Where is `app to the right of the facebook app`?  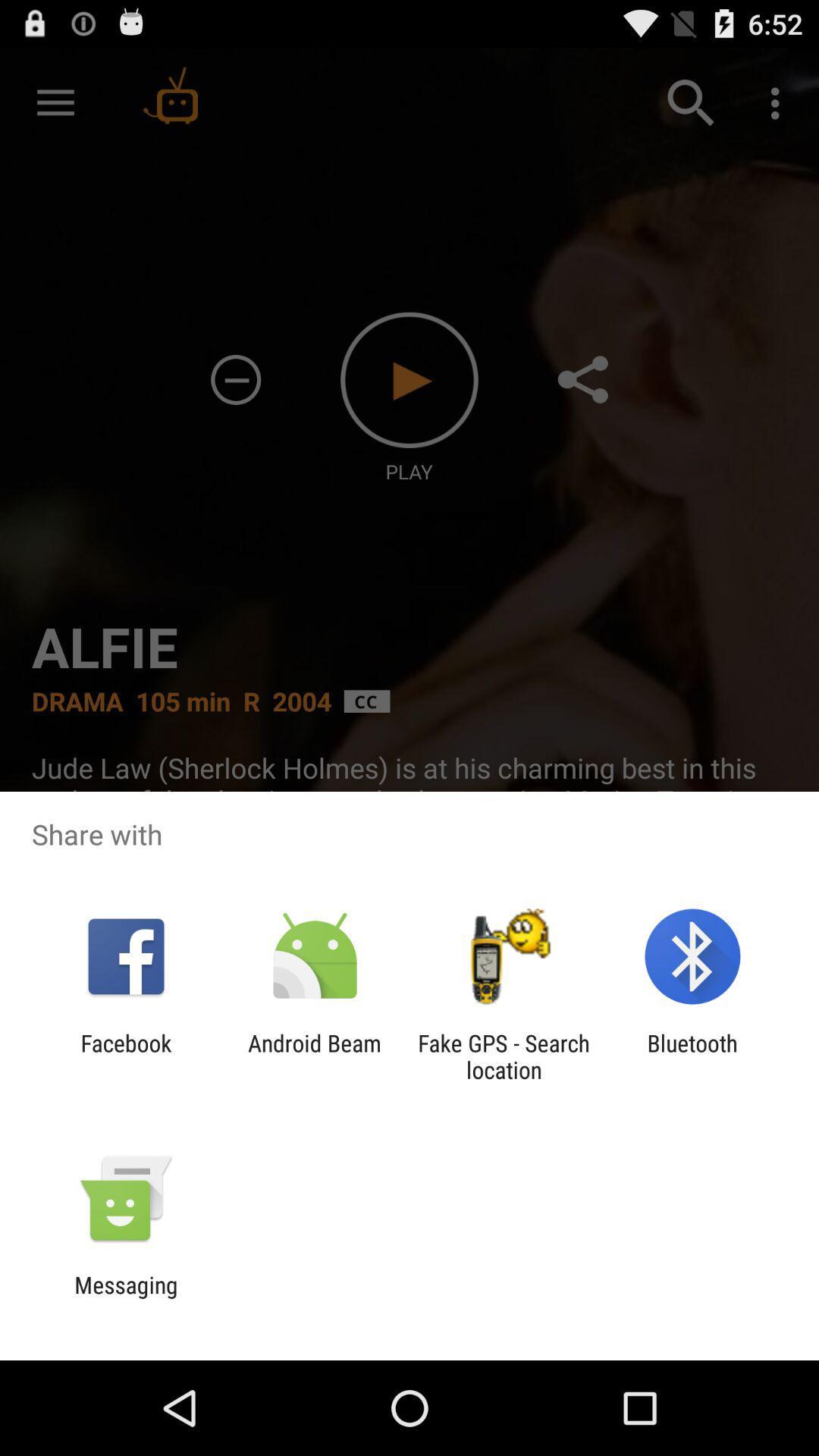 app to the right of the facebook app is located at coordinates (314, 1056).